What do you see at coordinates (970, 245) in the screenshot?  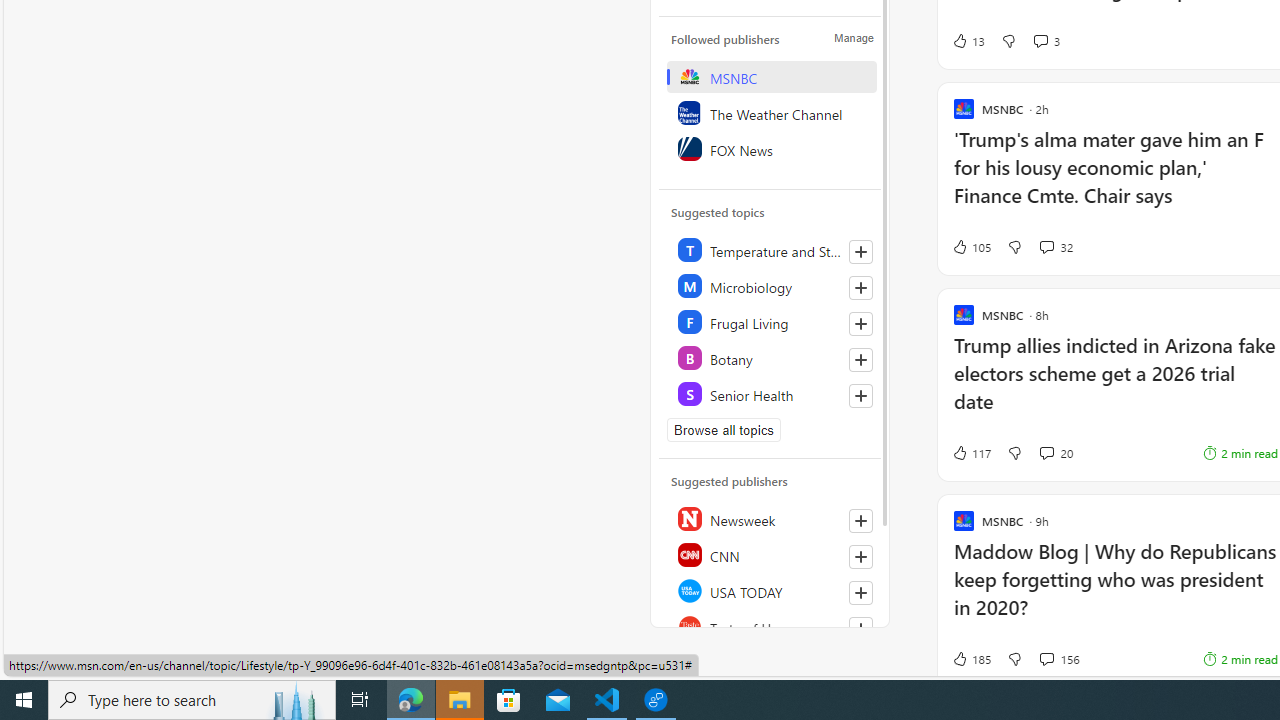 I see `'105 Like'` at bounding box center [970, 245].